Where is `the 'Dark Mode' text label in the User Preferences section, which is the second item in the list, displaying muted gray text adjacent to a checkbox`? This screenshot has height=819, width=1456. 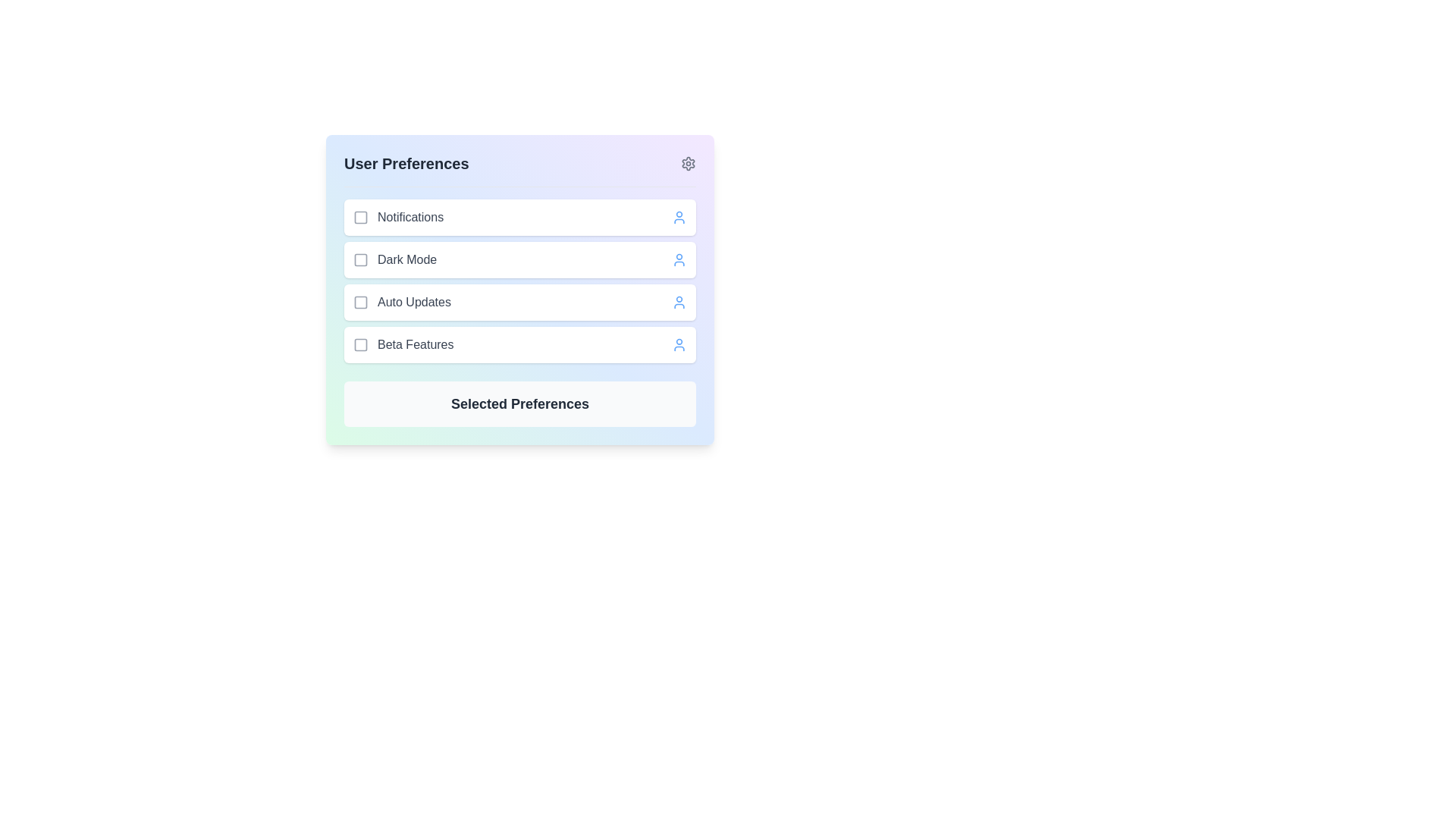 the 'Dark Mode' text label in the User Preferences section, which is the second item in the list, displaying muted gray text adjacent to a checkbox is located at coordinates (407, 259).